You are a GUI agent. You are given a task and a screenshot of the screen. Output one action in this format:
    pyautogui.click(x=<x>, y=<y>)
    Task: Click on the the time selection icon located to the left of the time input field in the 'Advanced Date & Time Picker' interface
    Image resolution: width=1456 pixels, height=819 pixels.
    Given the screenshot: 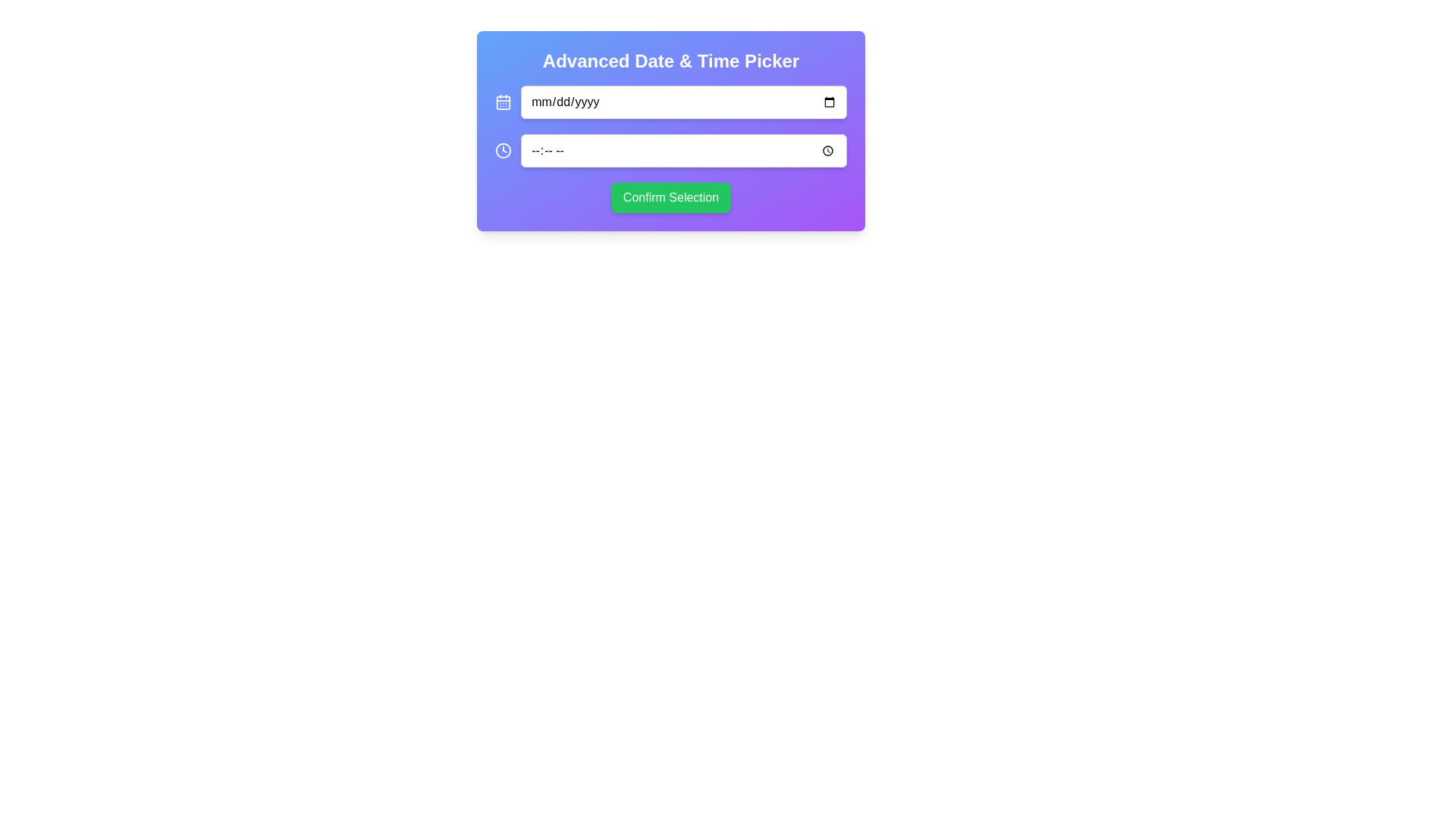 What is the action you would take?
    pyautogui.click(x=504, y=151)
    